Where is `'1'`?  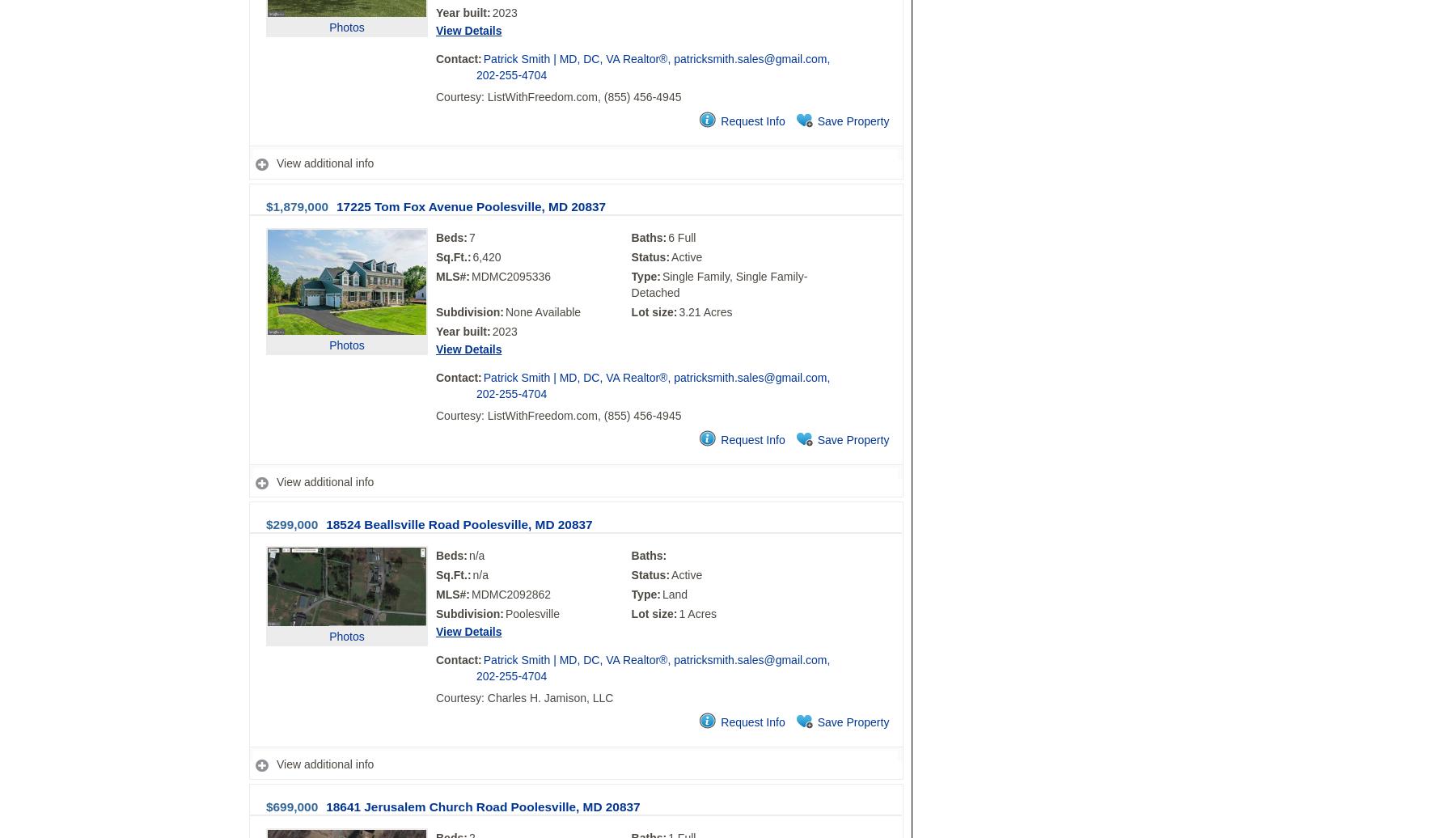 '1' is located at coordinates (678, 613).